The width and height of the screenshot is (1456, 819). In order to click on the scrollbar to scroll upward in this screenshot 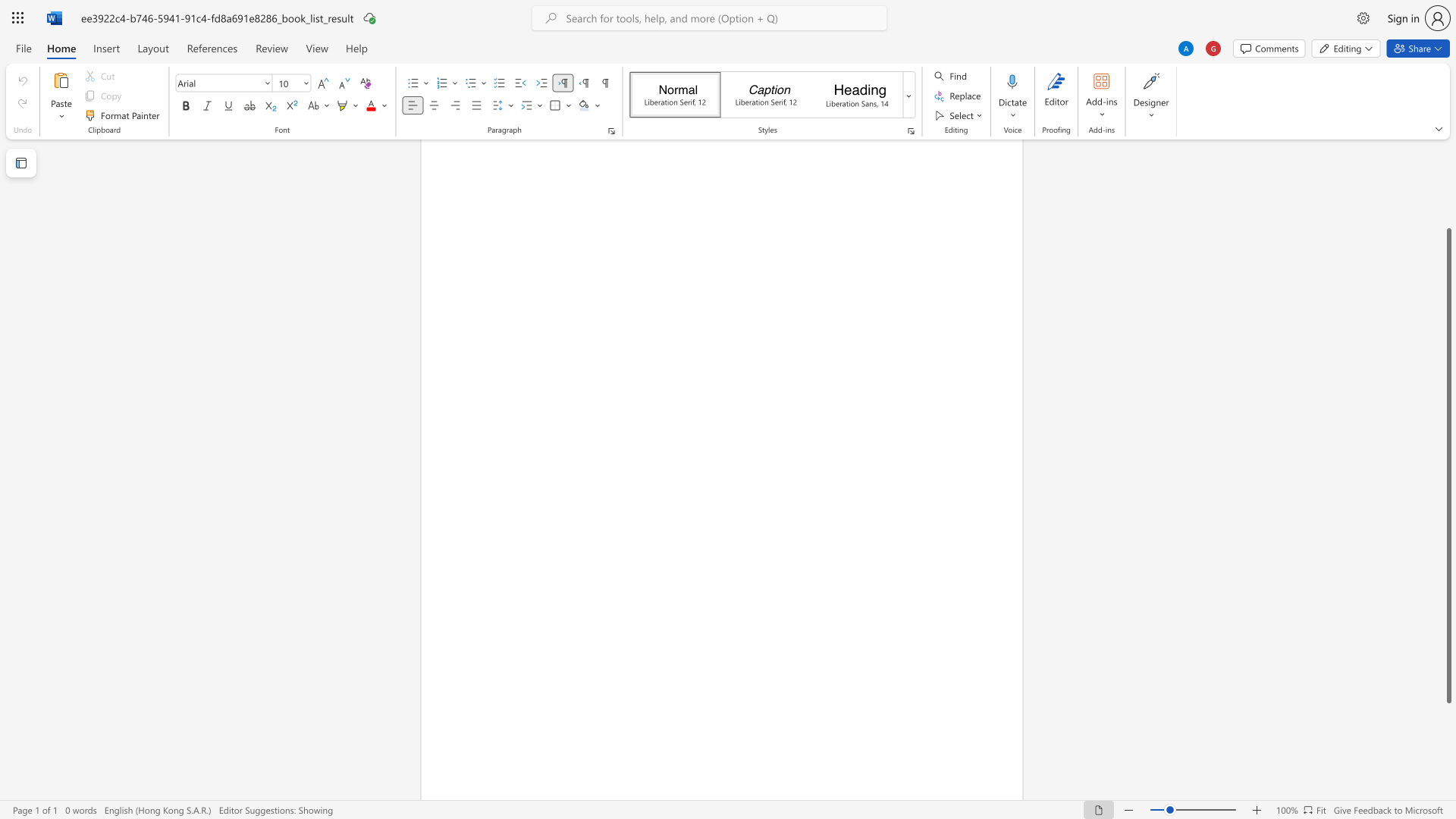, I will do `click(1448, 189)`.